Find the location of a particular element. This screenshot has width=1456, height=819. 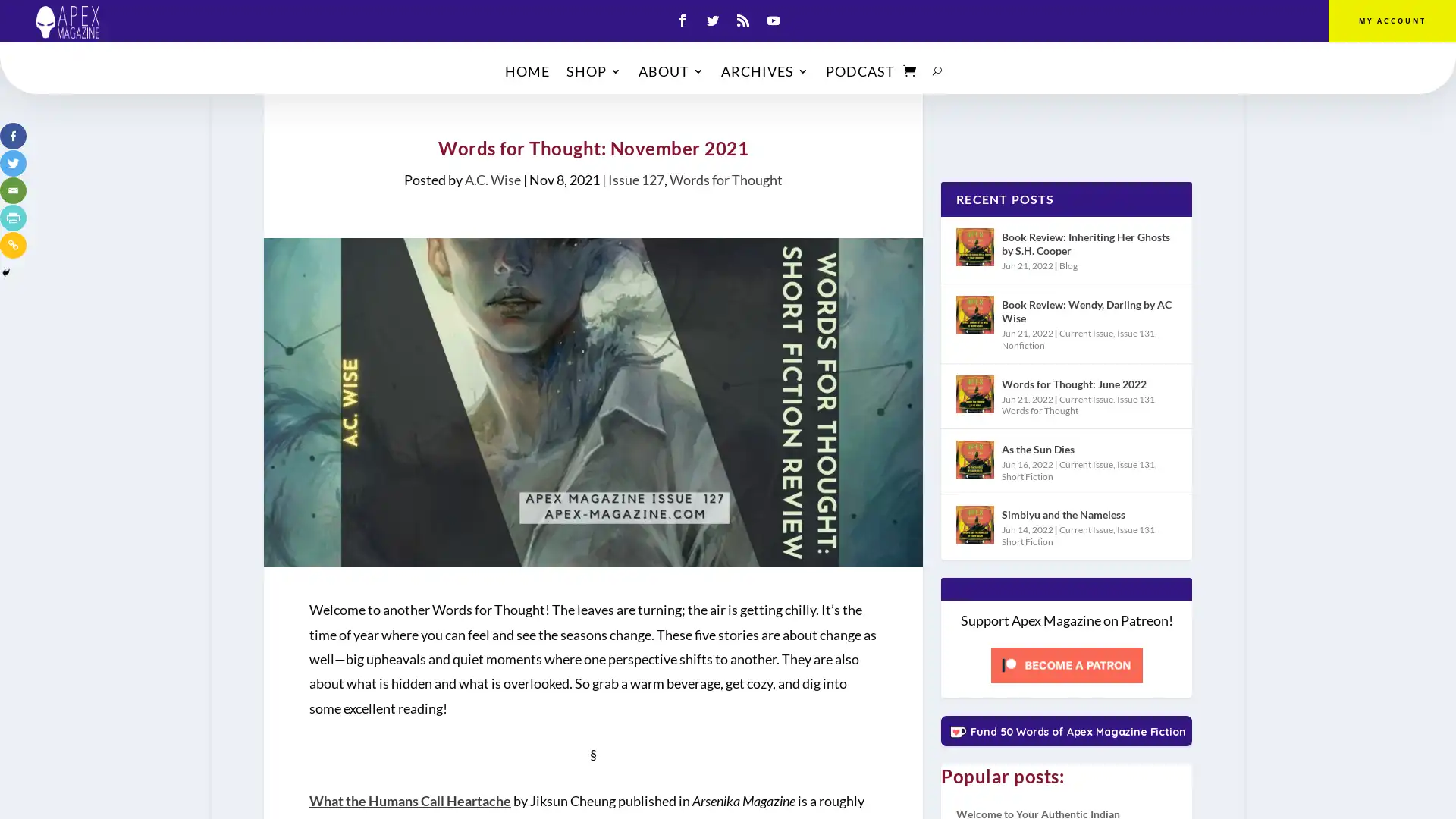

Subscribe Now is located at coordinates (728, 467).